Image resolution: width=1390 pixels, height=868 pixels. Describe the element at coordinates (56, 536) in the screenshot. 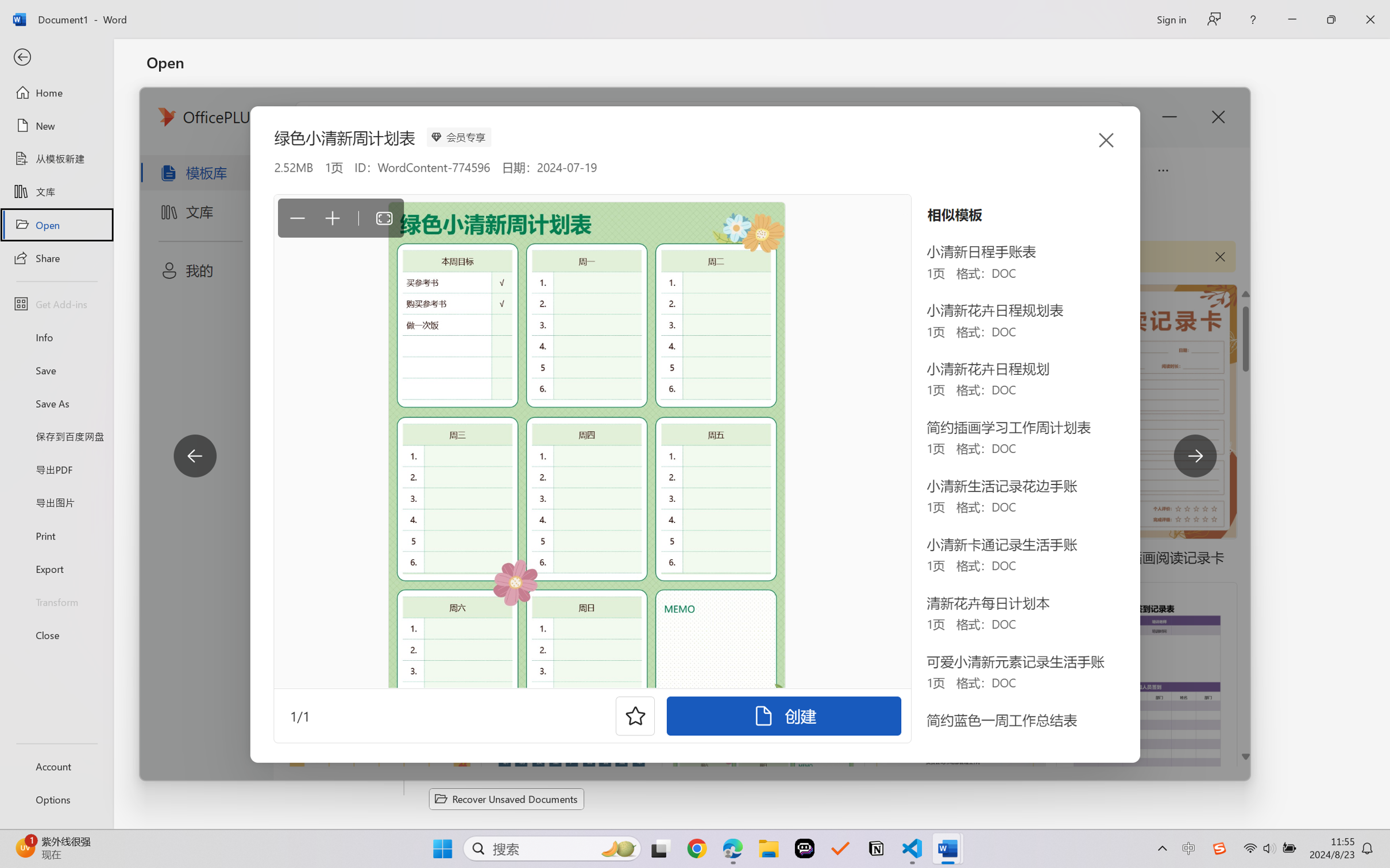

I see `'Print'` at that location.